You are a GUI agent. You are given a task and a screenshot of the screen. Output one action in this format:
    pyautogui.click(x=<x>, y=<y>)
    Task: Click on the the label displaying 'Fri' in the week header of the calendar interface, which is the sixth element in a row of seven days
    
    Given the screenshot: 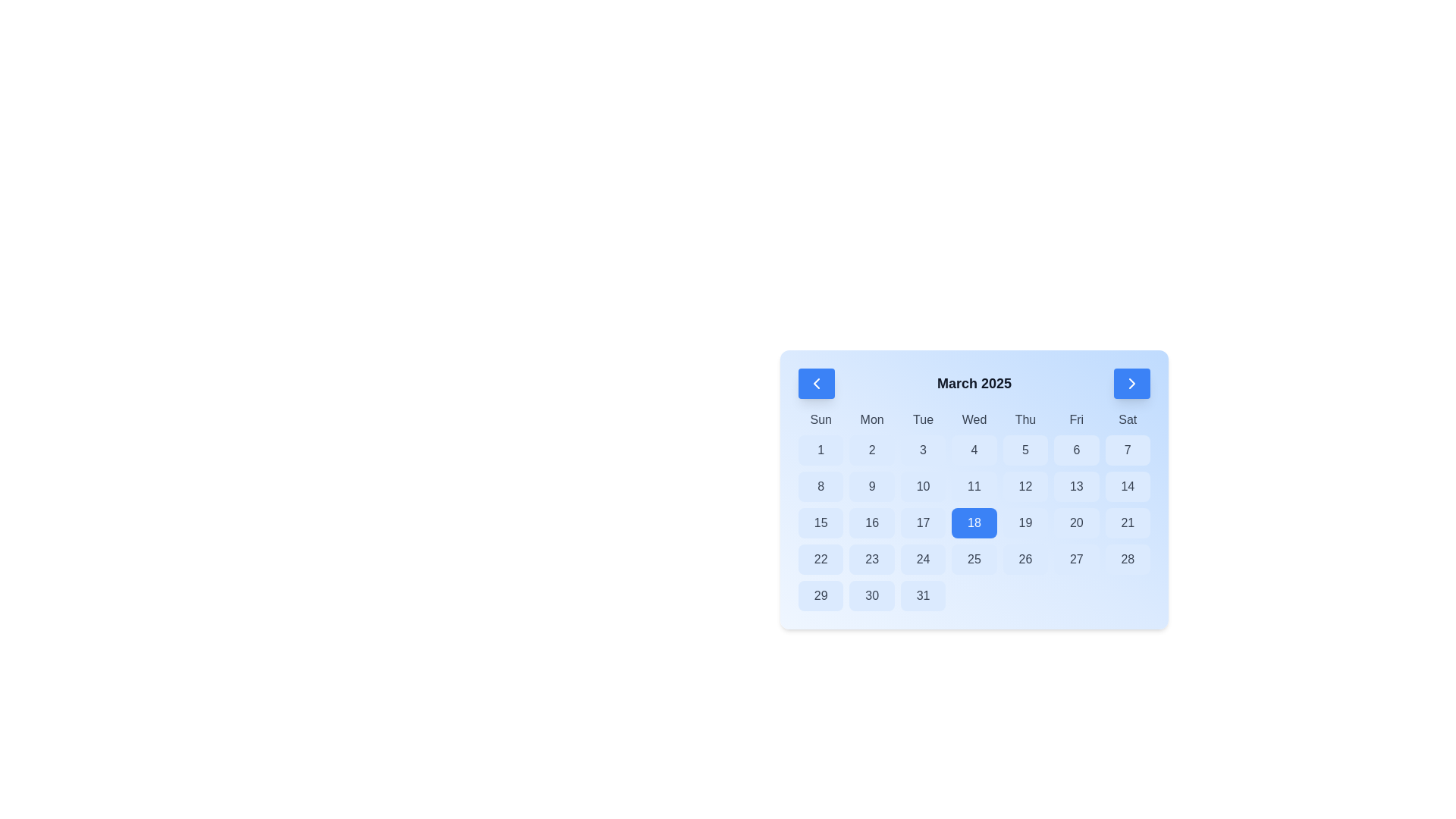 What is the action you would take?
    pyautogui.click(x=1075, y=420)
    